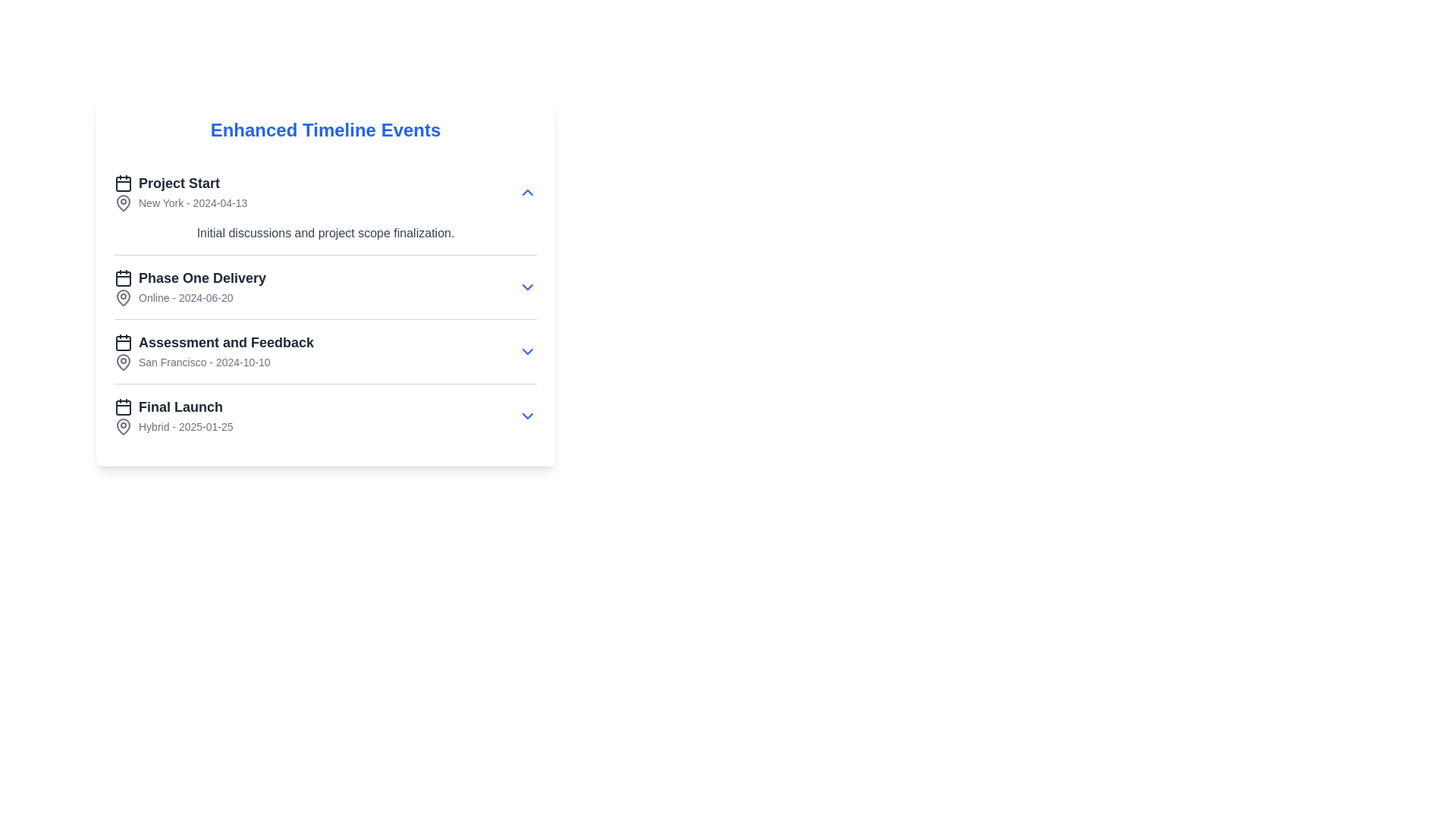 Image resolution: width=1456 pixels, height=819 pixels. What do you see at coordinates (124, 201) in the screenshot?
I see `the Map Pin icon located next to the text 'Phase One Delivery - Online - 2024-06-20' in the timeline interface` at bounding box center [124, 201].